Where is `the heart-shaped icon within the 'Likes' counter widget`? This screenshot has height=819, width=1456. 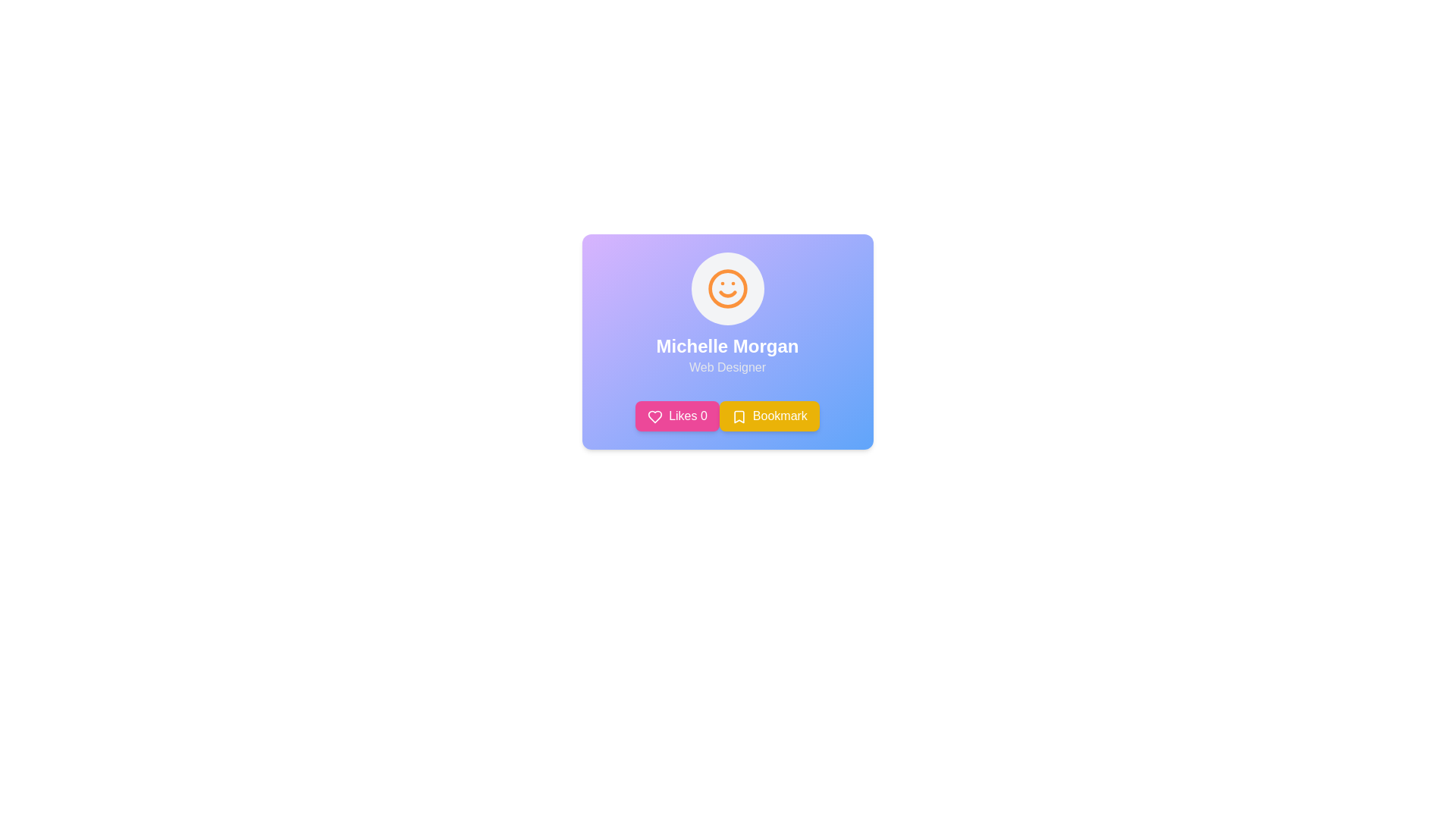
the heart-shaped icon within the 'Likes' counter widget is located at coordinates (655, 416).